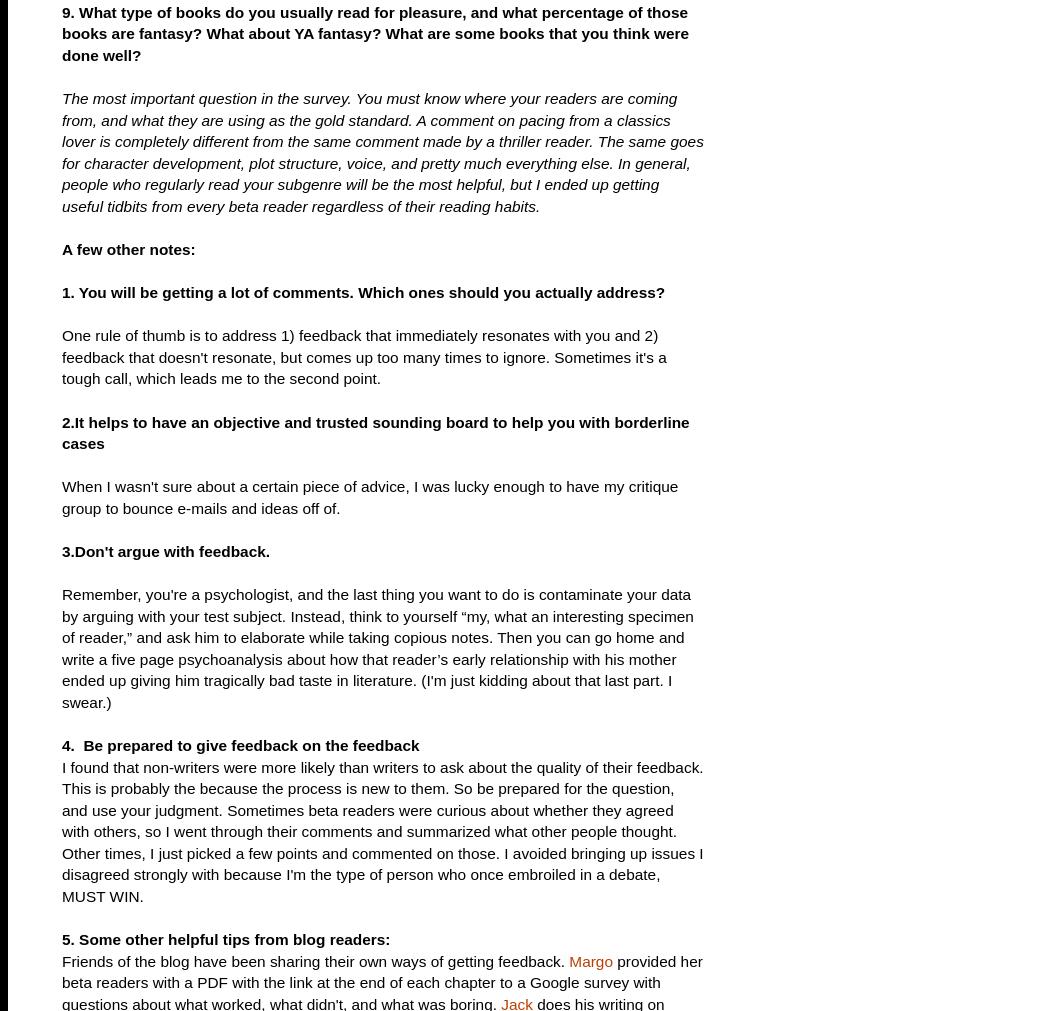 The image size is (1058, 1011). I want to click on 'Remember, you're a psychologist, and the last thing you want to do is contaminate your data by arguing with your test subject. Instead, think to yourself “my, what an interesting specimen of reader,” and ask him to elaborate while taking copious notes. Then  you can go home and write a five page psychoanalysis about how that reader’s early relationship with his mother ended up giving him tragically bad taste in literature. (I'm just kidding about that last part. I swear.)', so click(377, 647).